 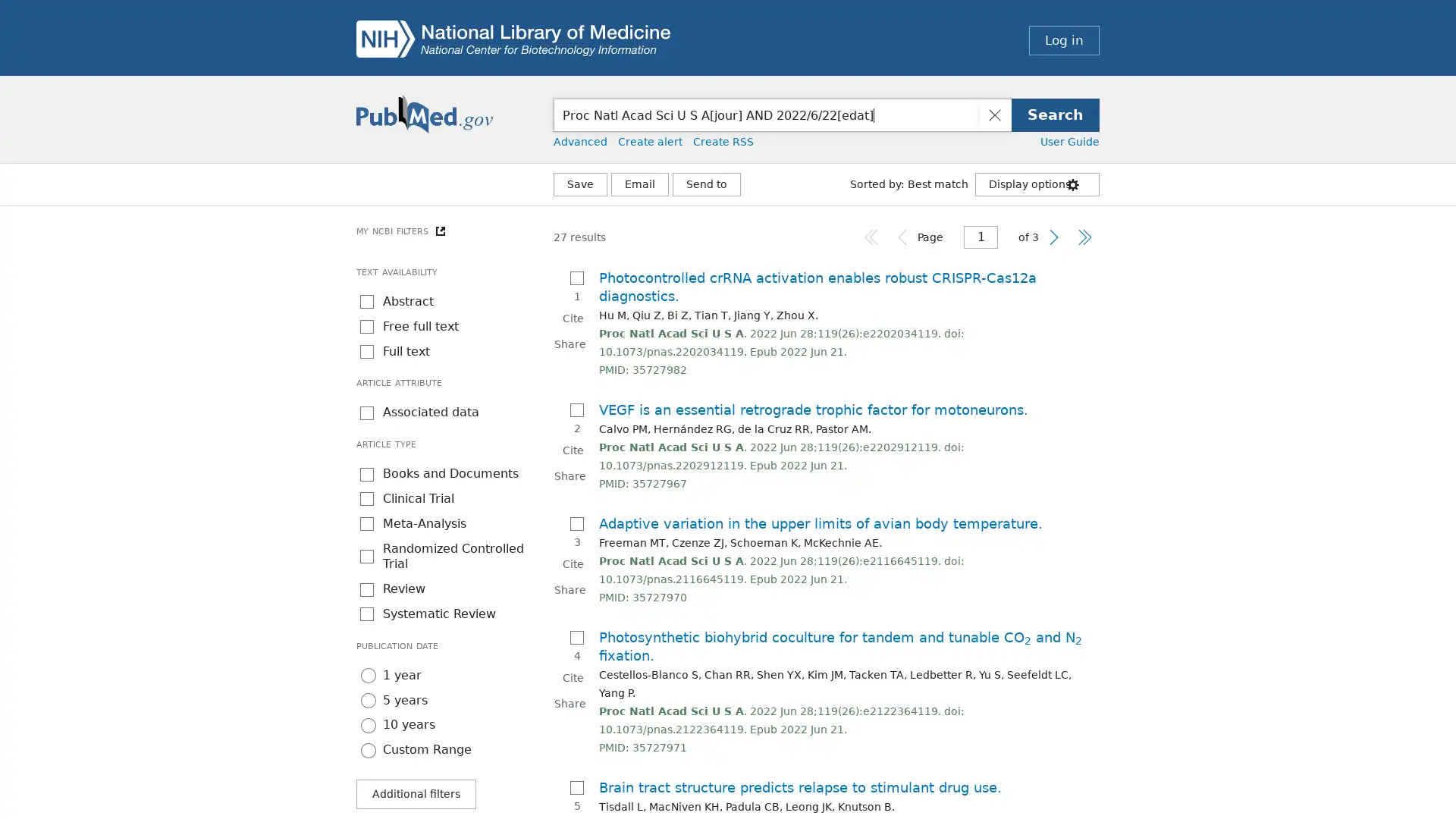 What do you see at coordinates (1053, 237) in the screenshot?
I see `Navigates to the next page of results.` at bounding box center [1053, 237].